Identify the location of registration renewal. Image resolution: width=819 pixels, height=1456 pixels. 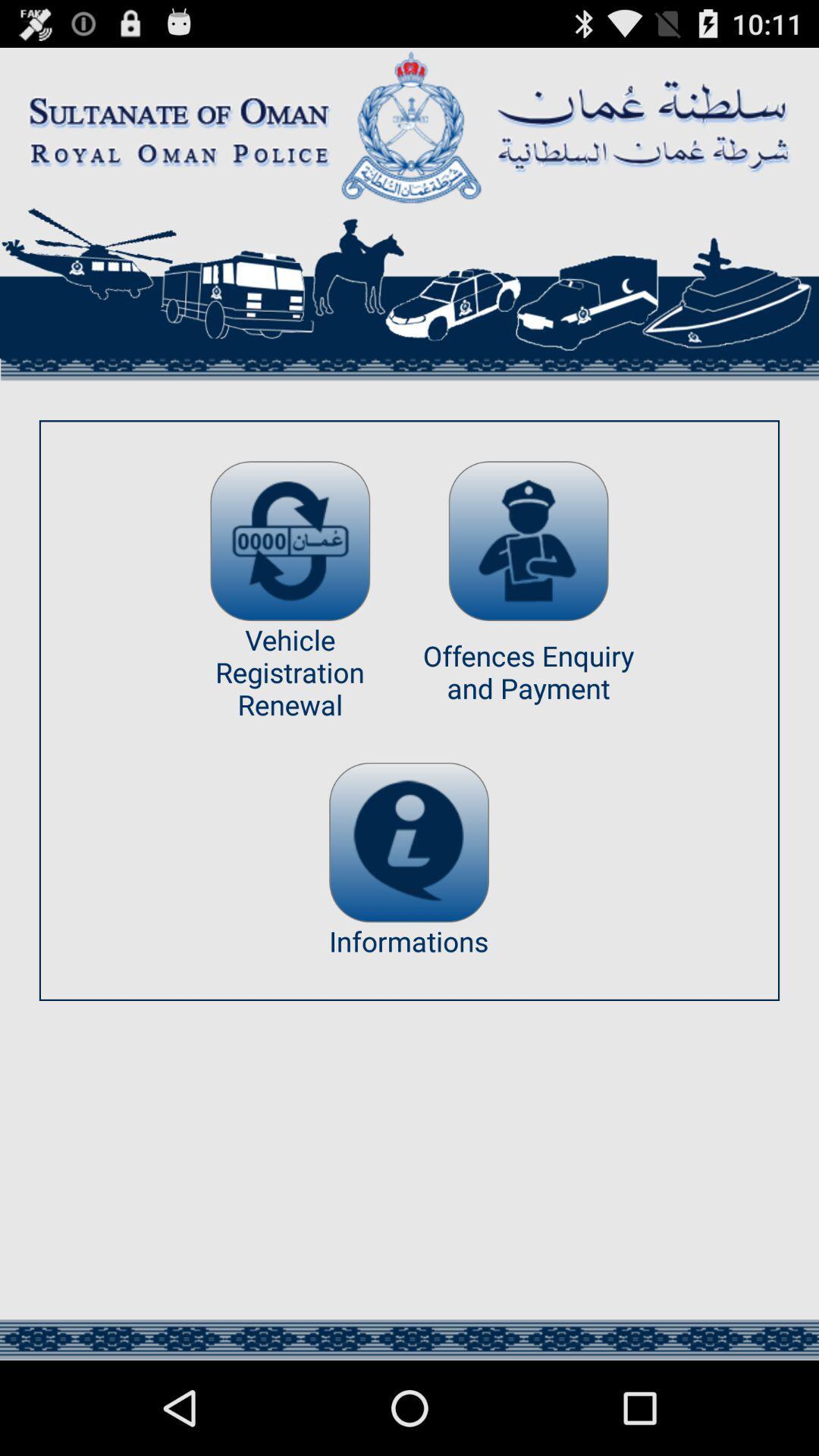
(290, 541).